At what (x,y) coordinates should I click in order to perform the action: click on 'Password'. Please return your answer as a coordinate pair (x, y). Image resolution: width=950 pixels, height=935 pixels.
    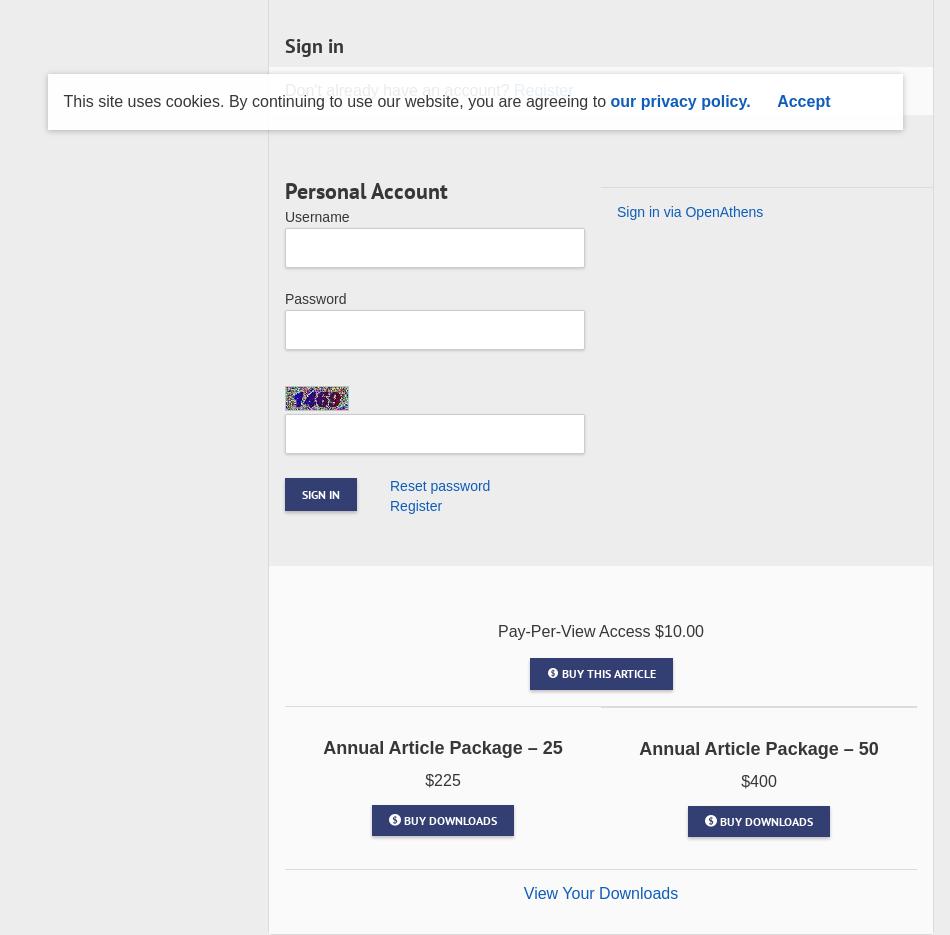
    Looking at the image, I should click on (314, 299).